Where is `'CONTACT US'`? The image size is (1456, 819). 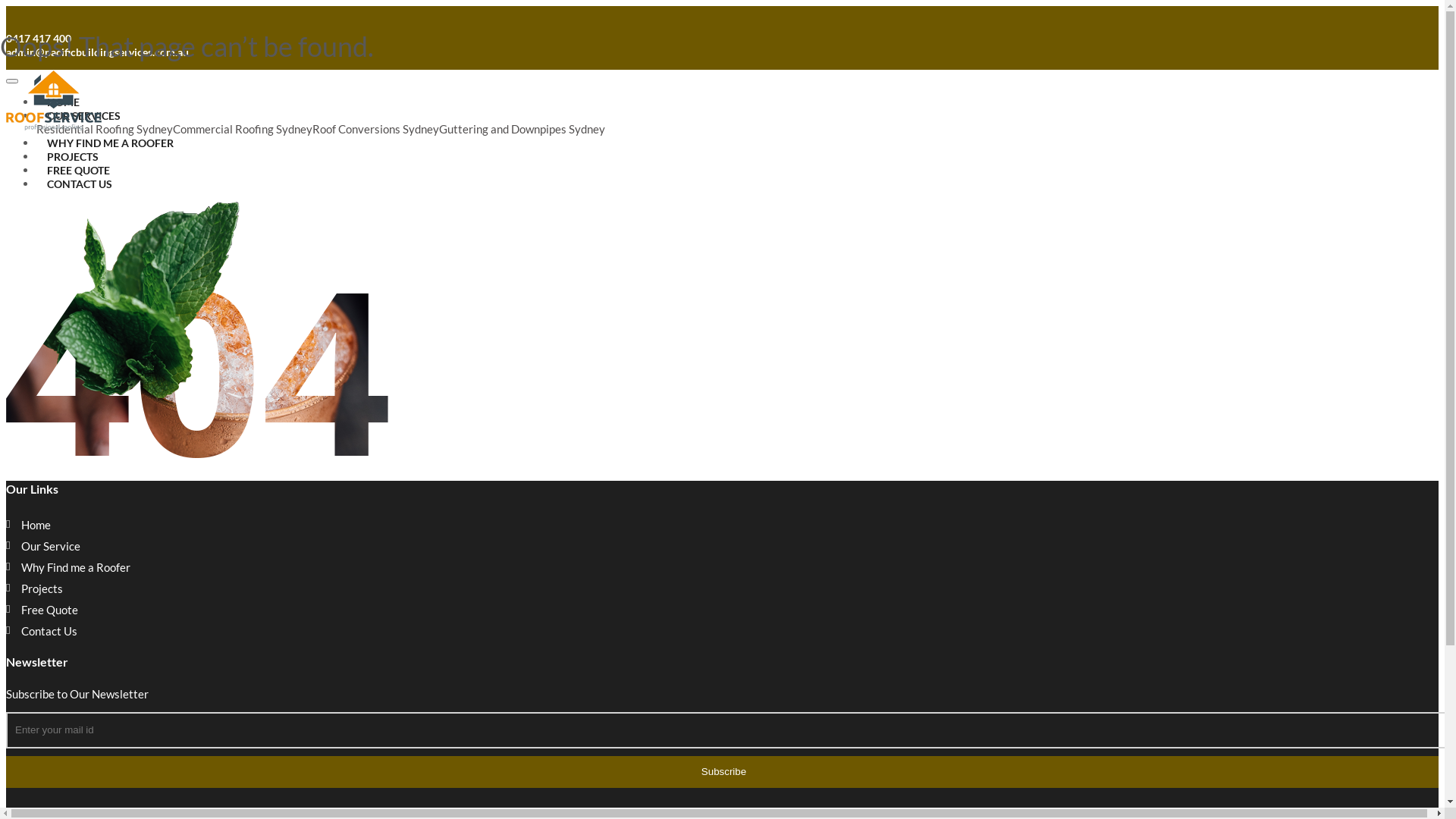
'CONTACT US' is located at coordinates (79, 183).